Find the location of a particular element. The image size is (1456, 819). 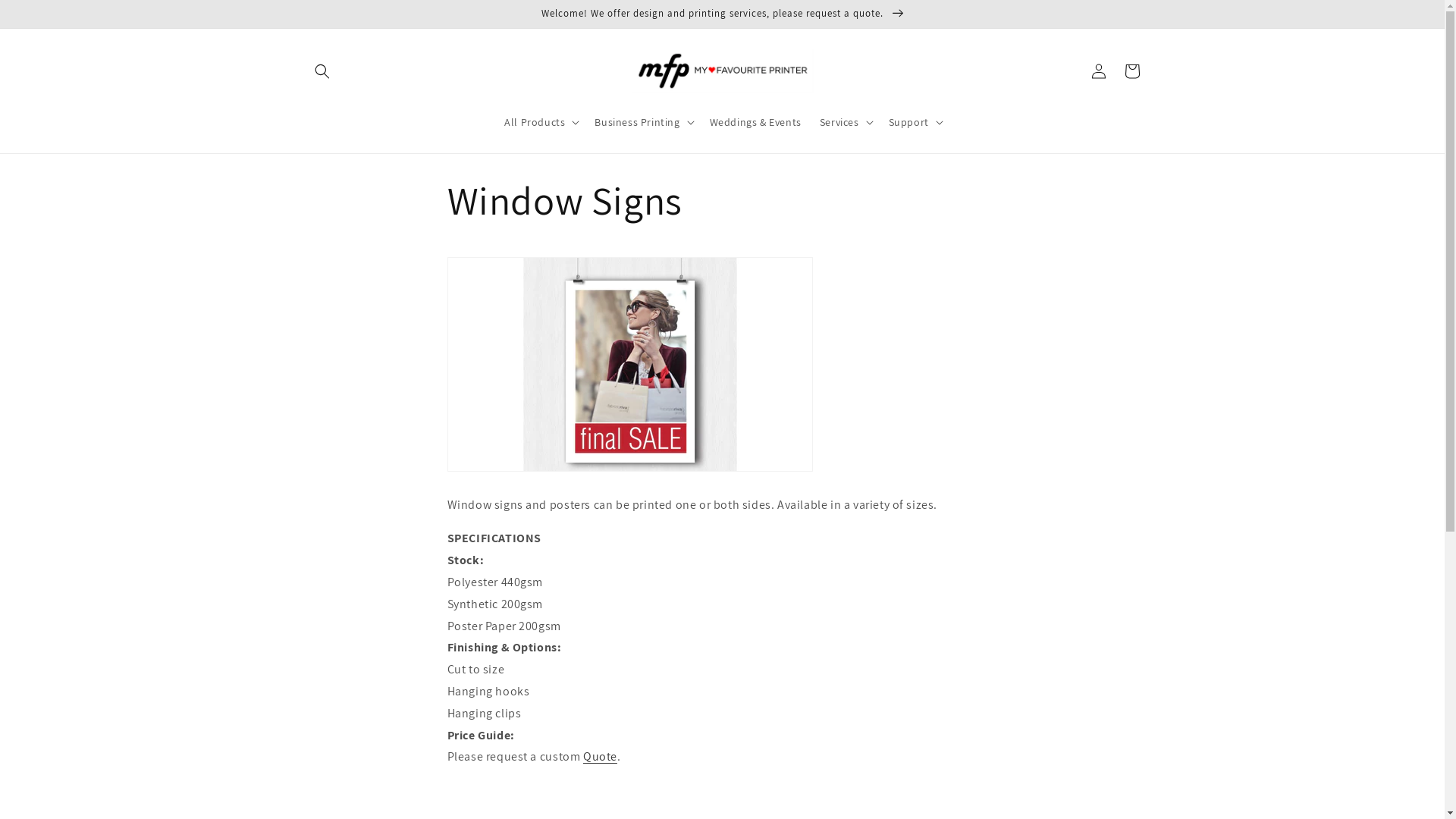

'Weddings & Events' is located at coordinates (755, 121).